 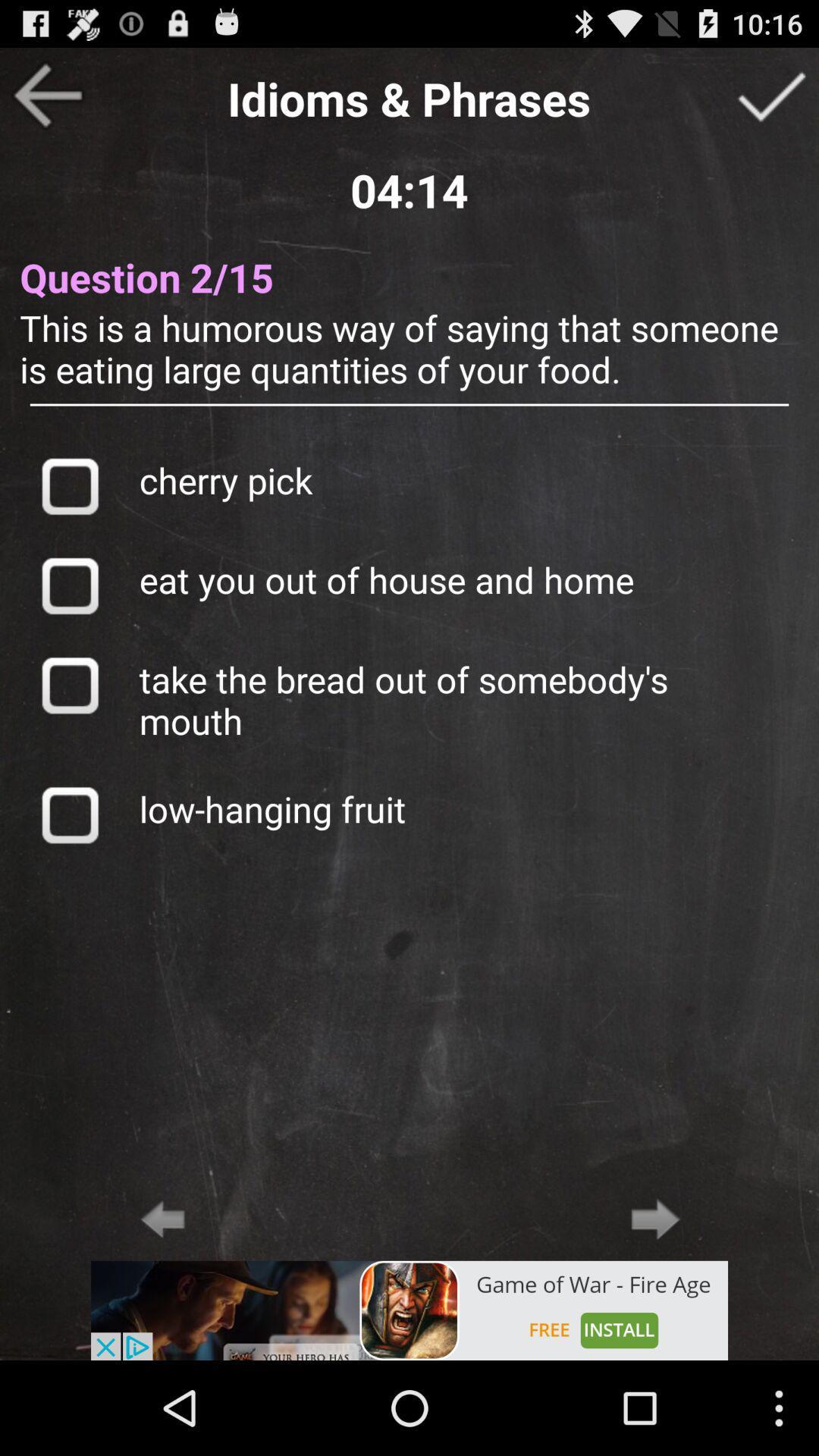 I want to click on next, so click(x=655, y=1219).